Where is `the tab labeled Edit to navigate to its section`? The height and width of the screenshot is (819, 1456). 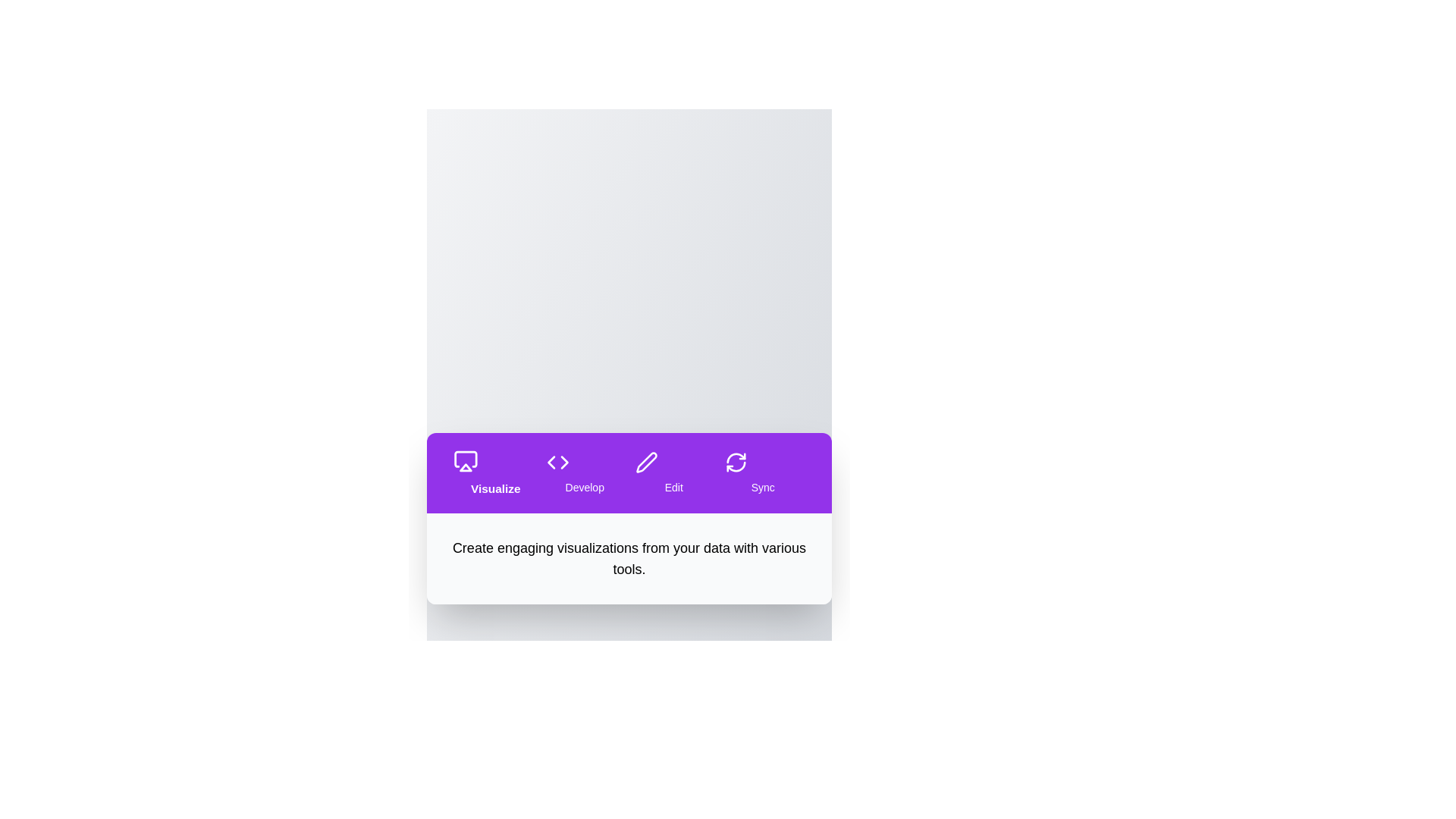 the tab labeled Edit to navigate to its section is located at coordinates (673, 472).